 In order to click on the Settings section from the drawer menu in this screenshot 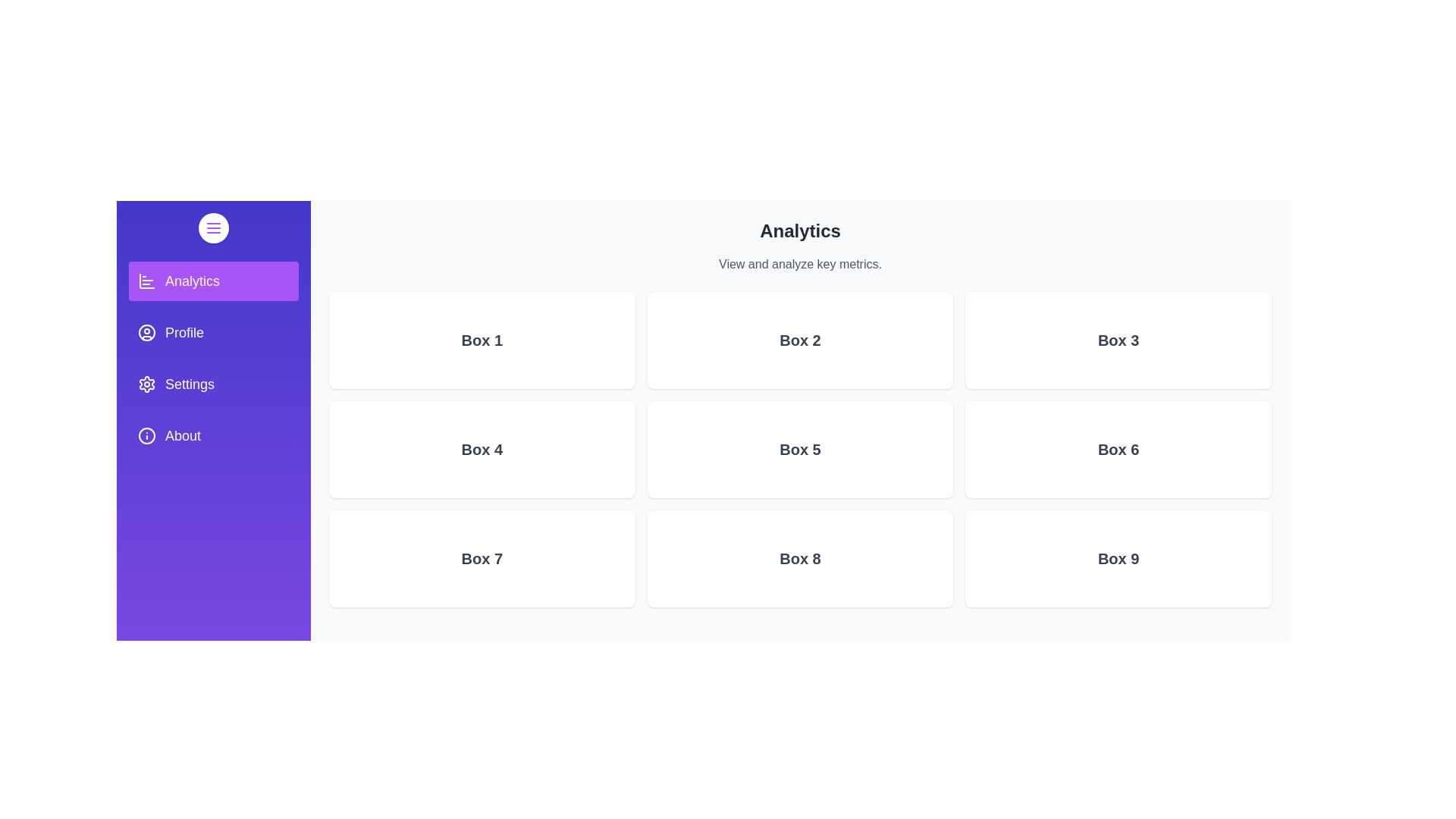, I will do `click(213, 383)`.